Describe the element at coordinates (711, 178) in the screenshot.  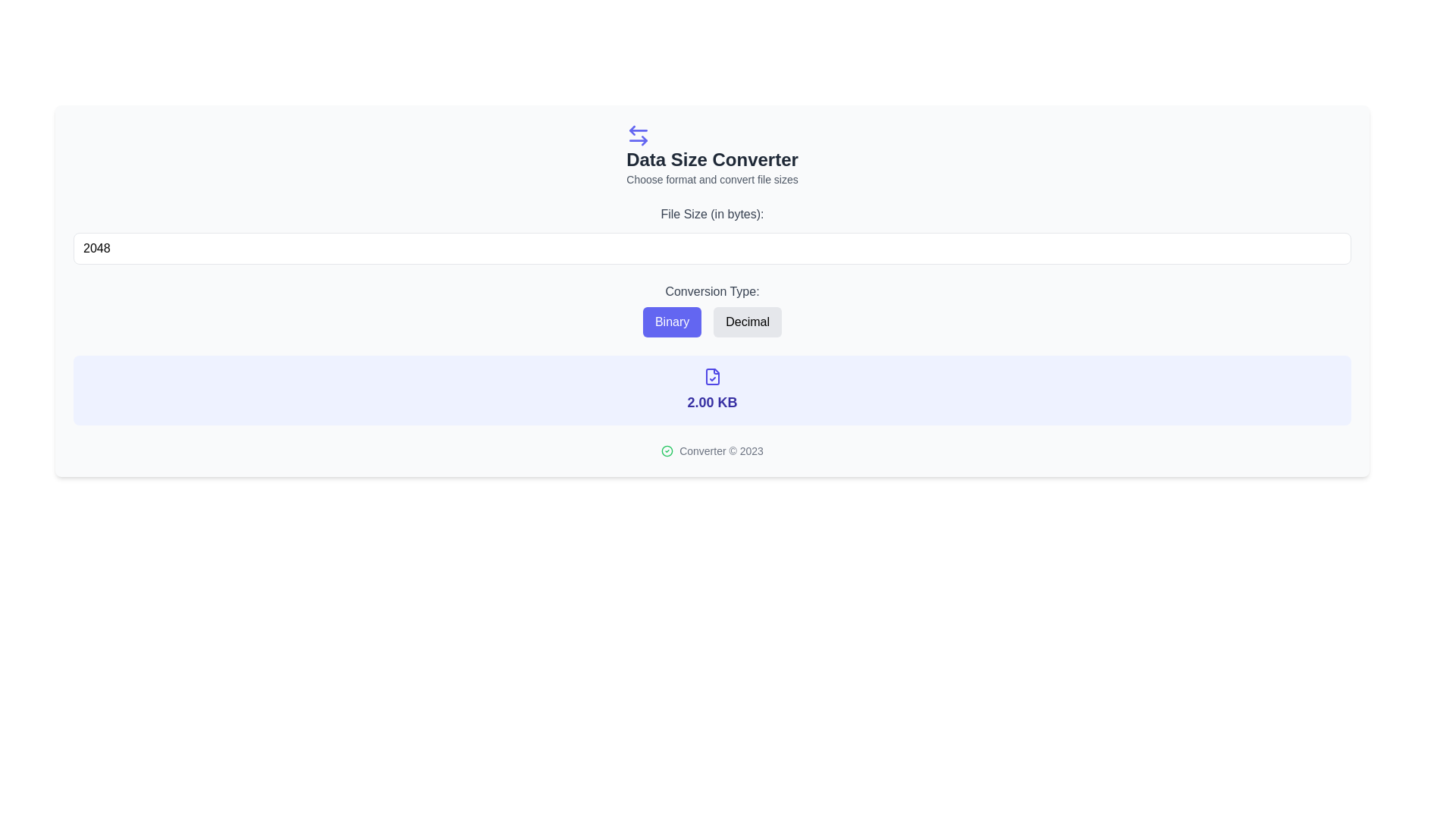
I see `the text label providing information about format selection and file size conversion, located directly beneath the title 'Data Size Converter'` at that location.